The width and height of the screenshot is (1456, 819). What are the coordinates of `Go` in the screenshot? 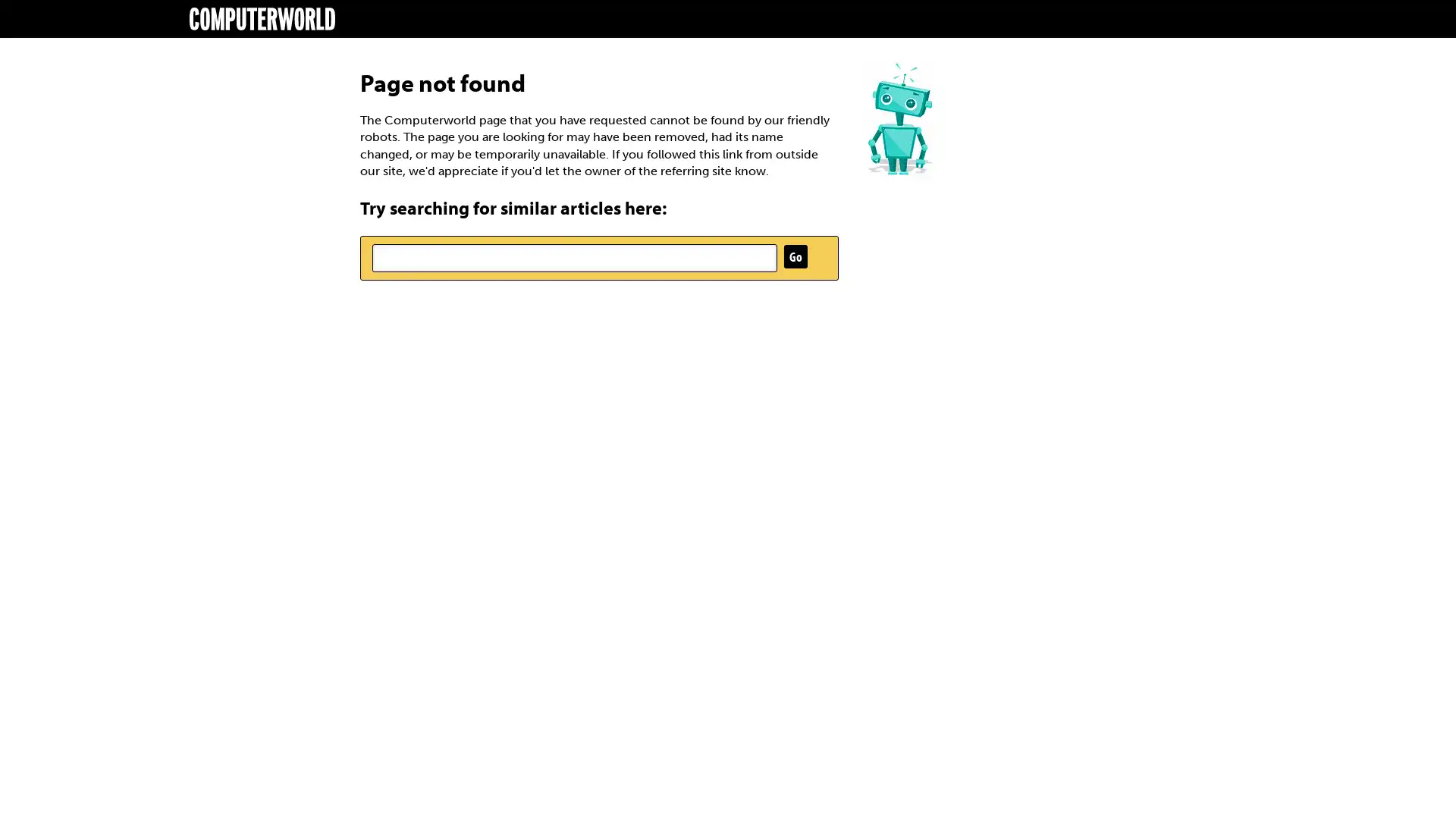 It's located at (794, 256).